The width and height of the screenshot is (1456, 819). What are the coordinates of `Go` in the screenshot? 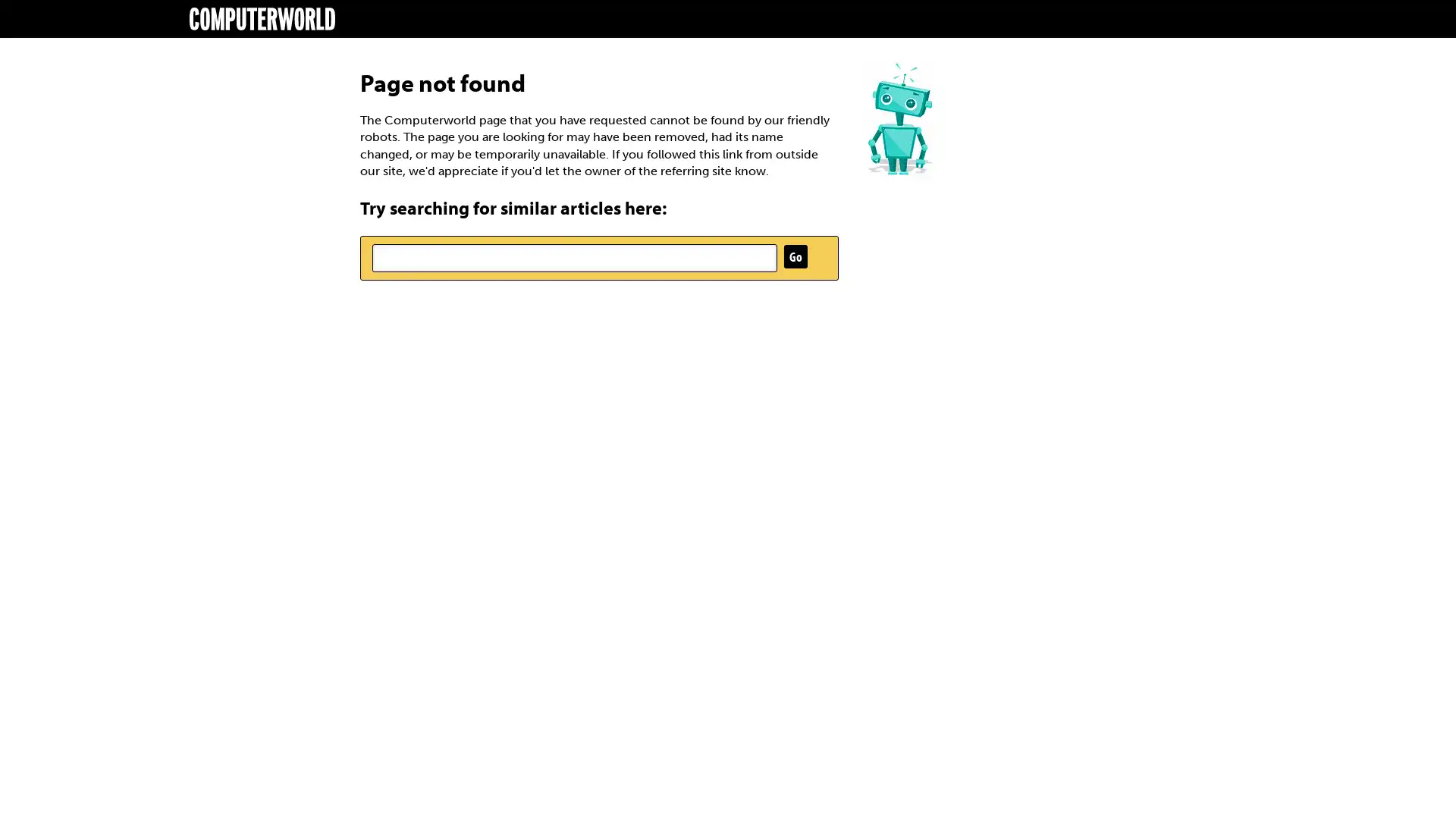 It's located at (794, 256).